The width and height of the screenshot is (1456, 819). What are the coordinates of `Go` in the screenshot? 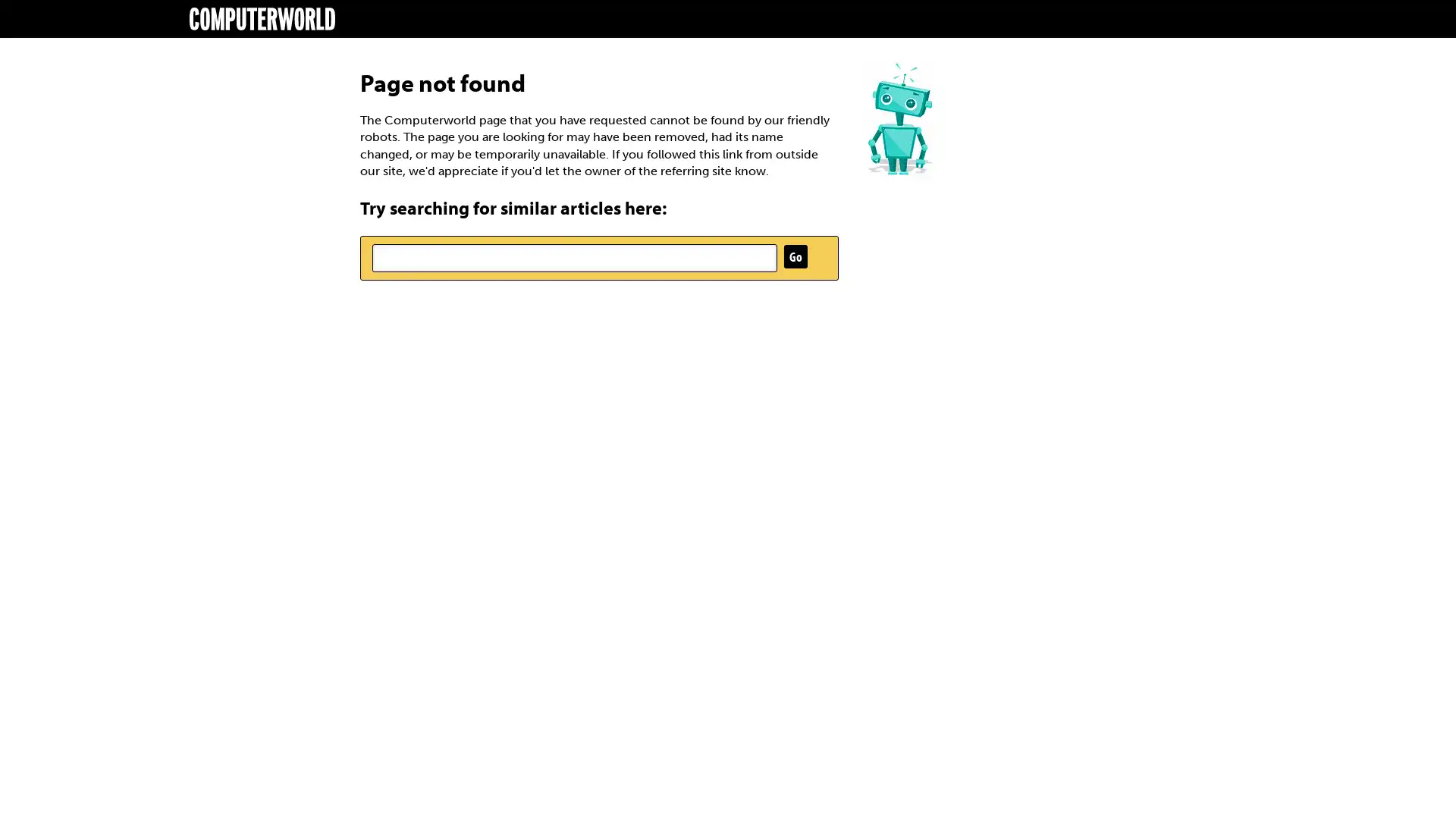 It's located at (794, 256).